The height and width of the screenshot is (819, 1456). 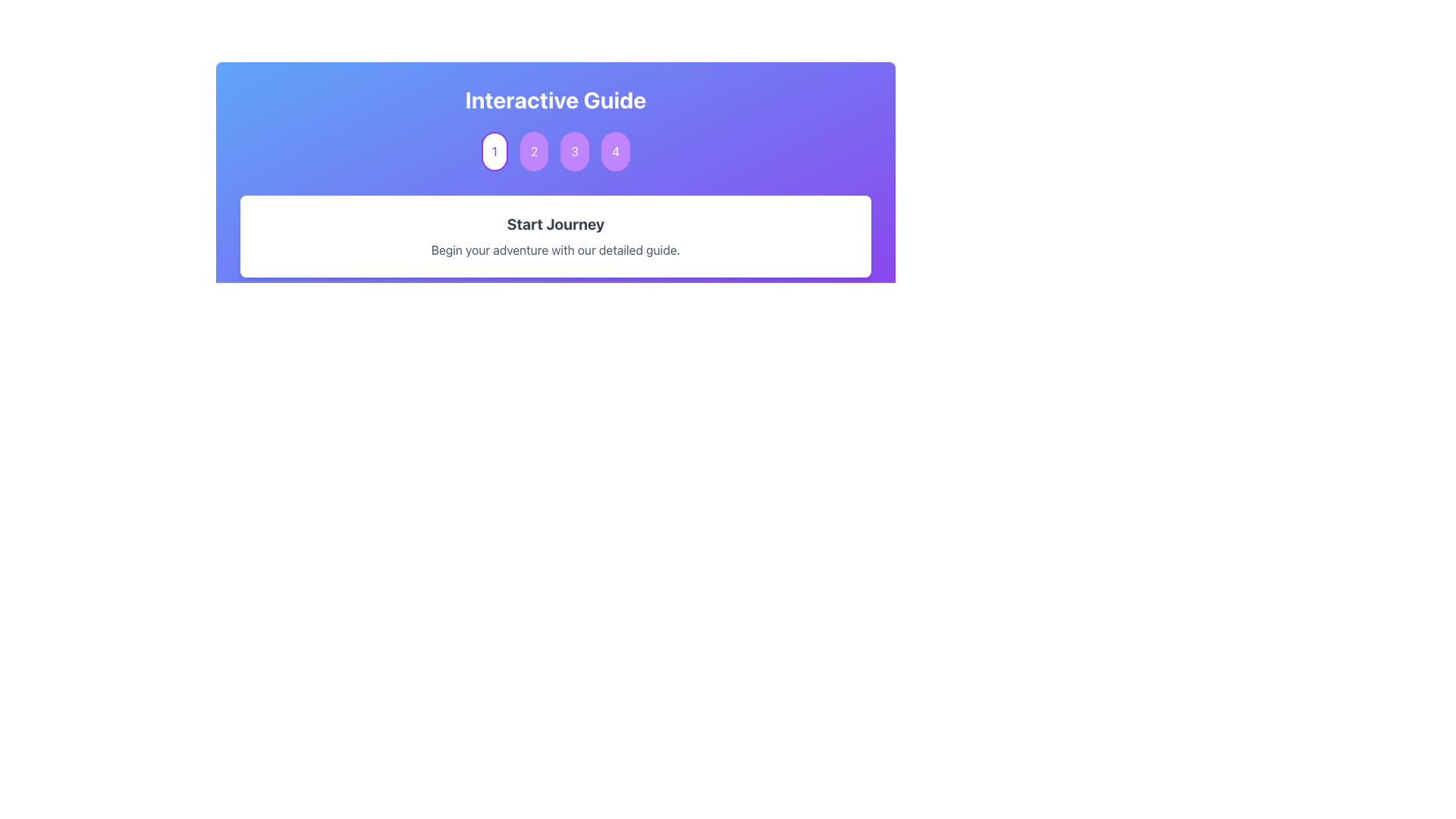 I want to click on the second button in the row of four buttons, positioned beneath the 'Interactive Guide' header, to select the second step or option, so click(x=534, y=152).